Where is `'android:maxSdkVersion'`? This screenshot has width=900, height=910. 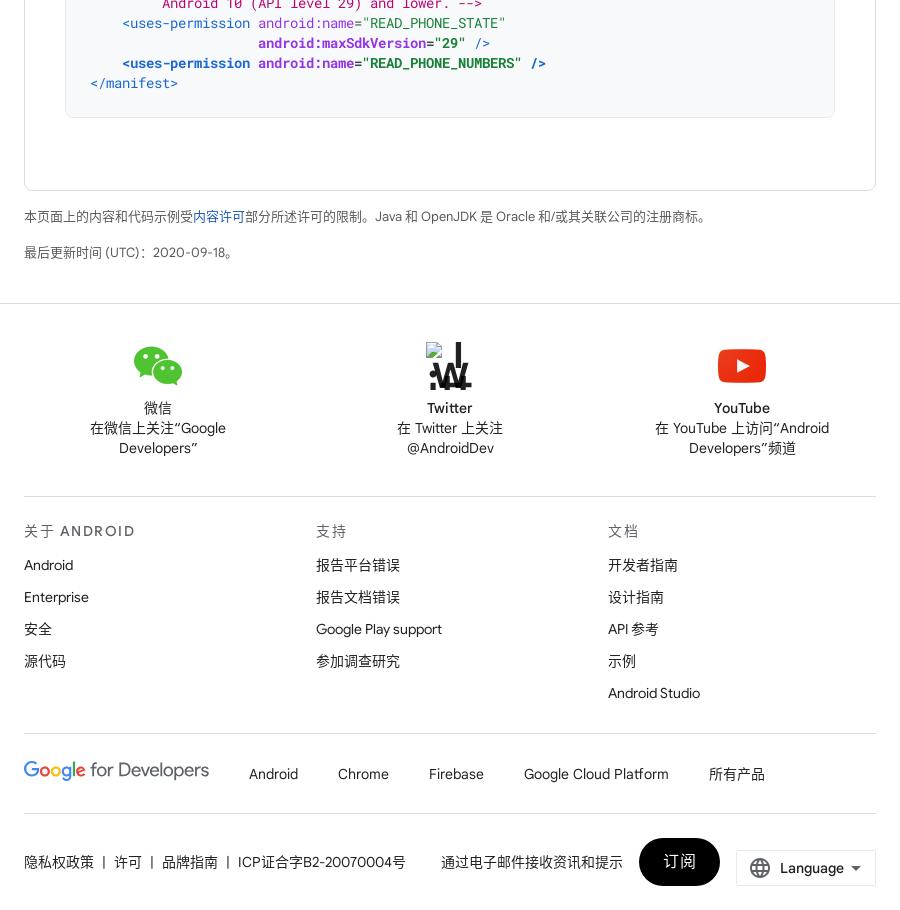
'android:maxSdkVersion' is located at coordinates (257, 42).